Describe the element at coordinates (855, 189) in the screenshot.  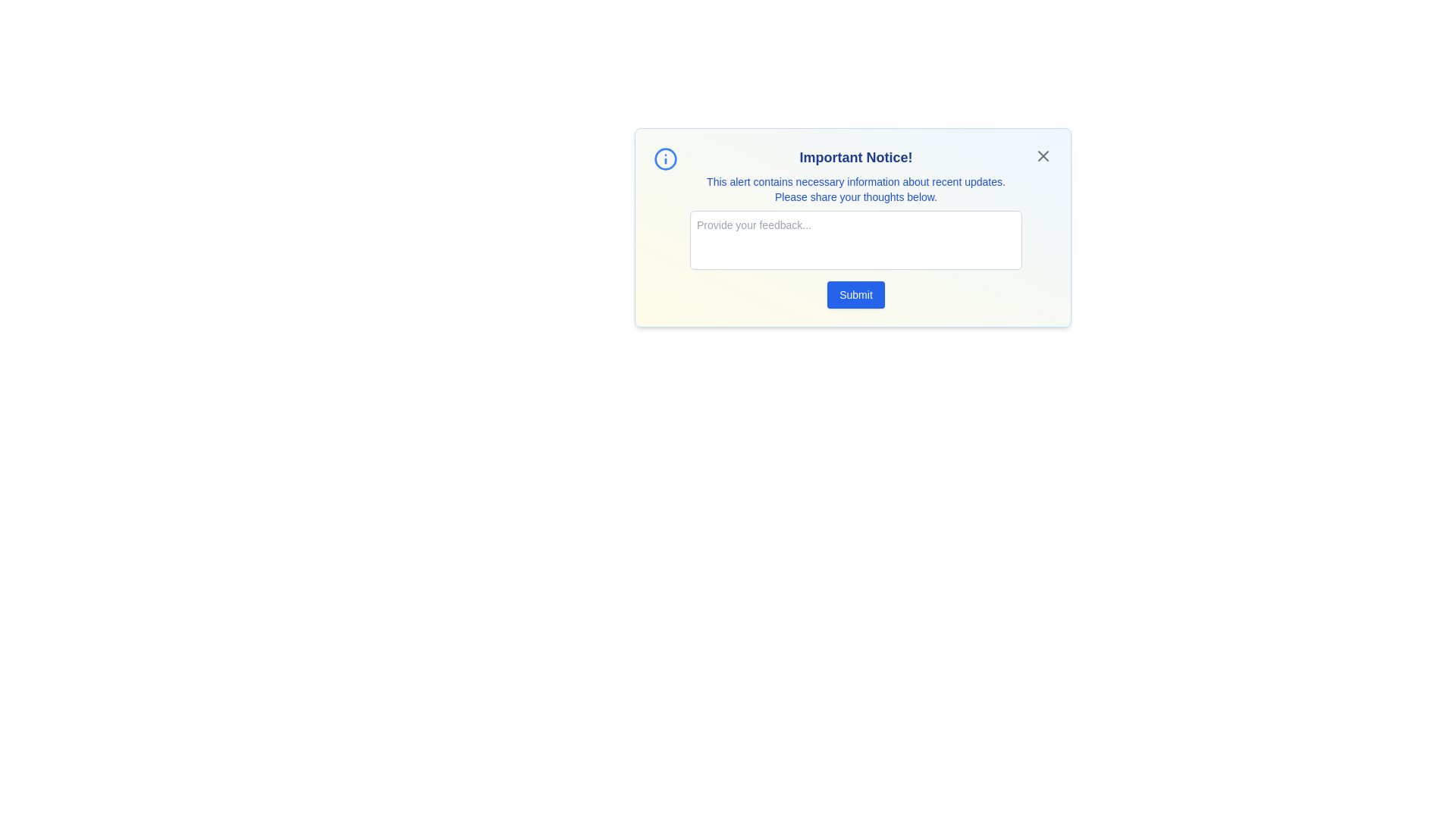
I see `the descriptive Text block that provides important information and prompts users to share their thoughts, located below the heading 'Important Notice!' and above the feedback input field` at that location.